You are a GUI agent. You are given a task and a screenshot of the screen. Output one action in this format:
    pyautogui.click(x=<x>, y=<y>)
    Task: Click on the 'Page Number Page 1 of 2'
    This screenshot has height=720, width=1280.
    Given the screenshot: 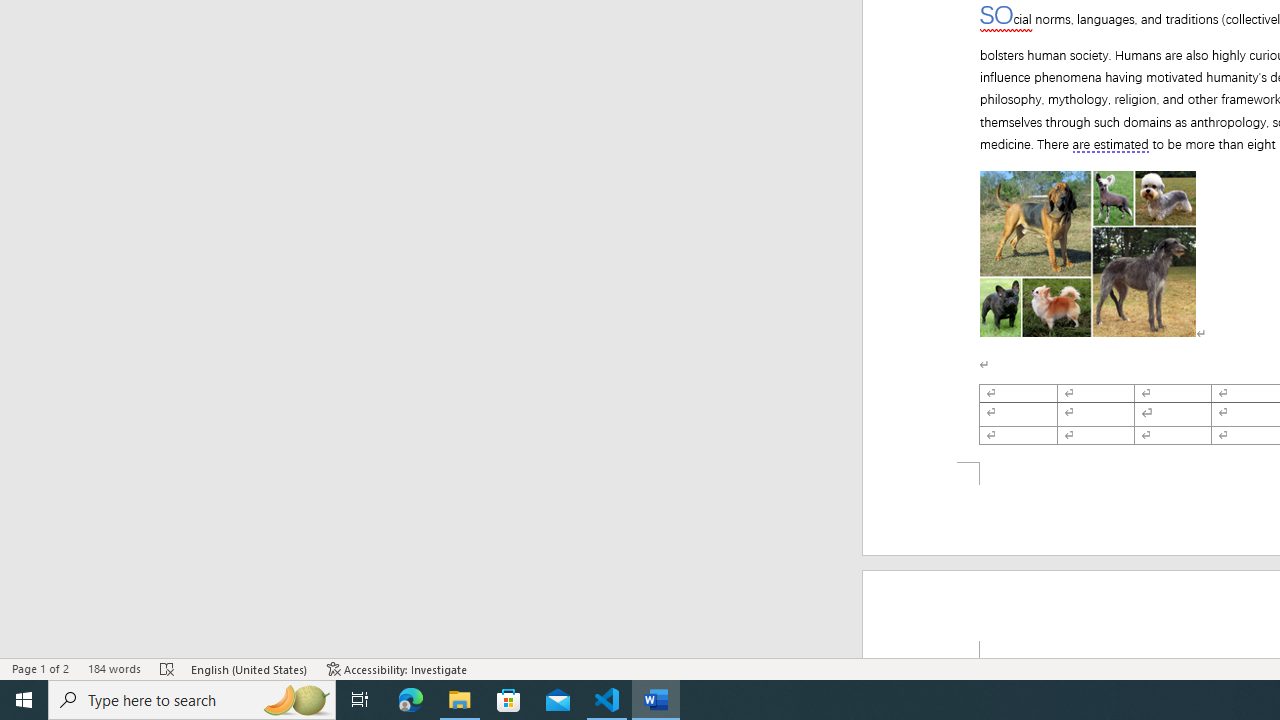 What is the action you would take?
    pyautogui.click(x=40, y=669)
    